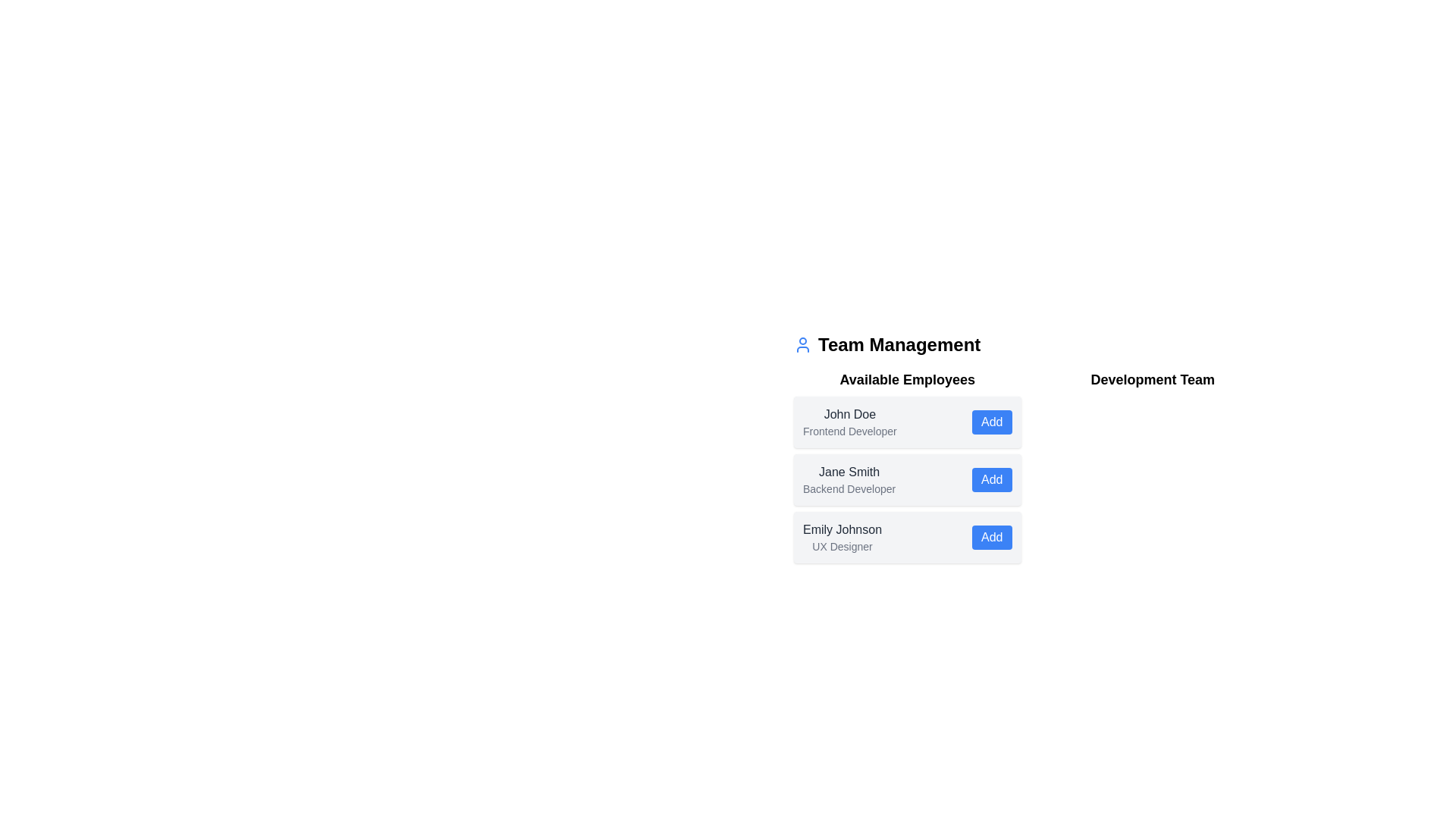 The height and width of the screenshot is (819, 1456). I want to click on the 'Add' button in the left column of the grid layout under the 'Team Management' section, so click(1030, 465).